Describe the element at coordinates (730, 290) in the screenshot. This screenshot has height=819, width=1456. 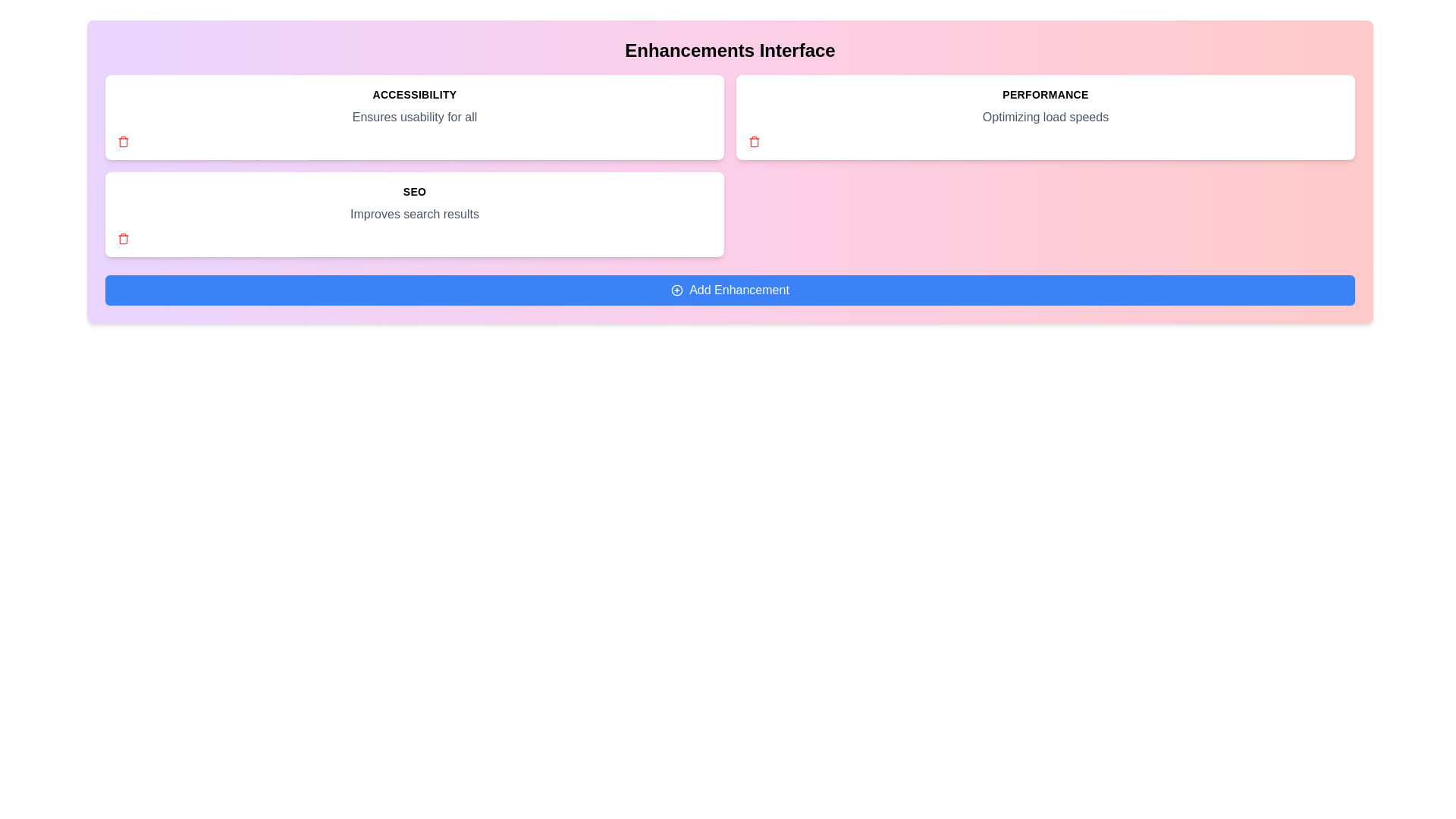
I see `the 'Add Enhancement' button to add a new tag` at that location.